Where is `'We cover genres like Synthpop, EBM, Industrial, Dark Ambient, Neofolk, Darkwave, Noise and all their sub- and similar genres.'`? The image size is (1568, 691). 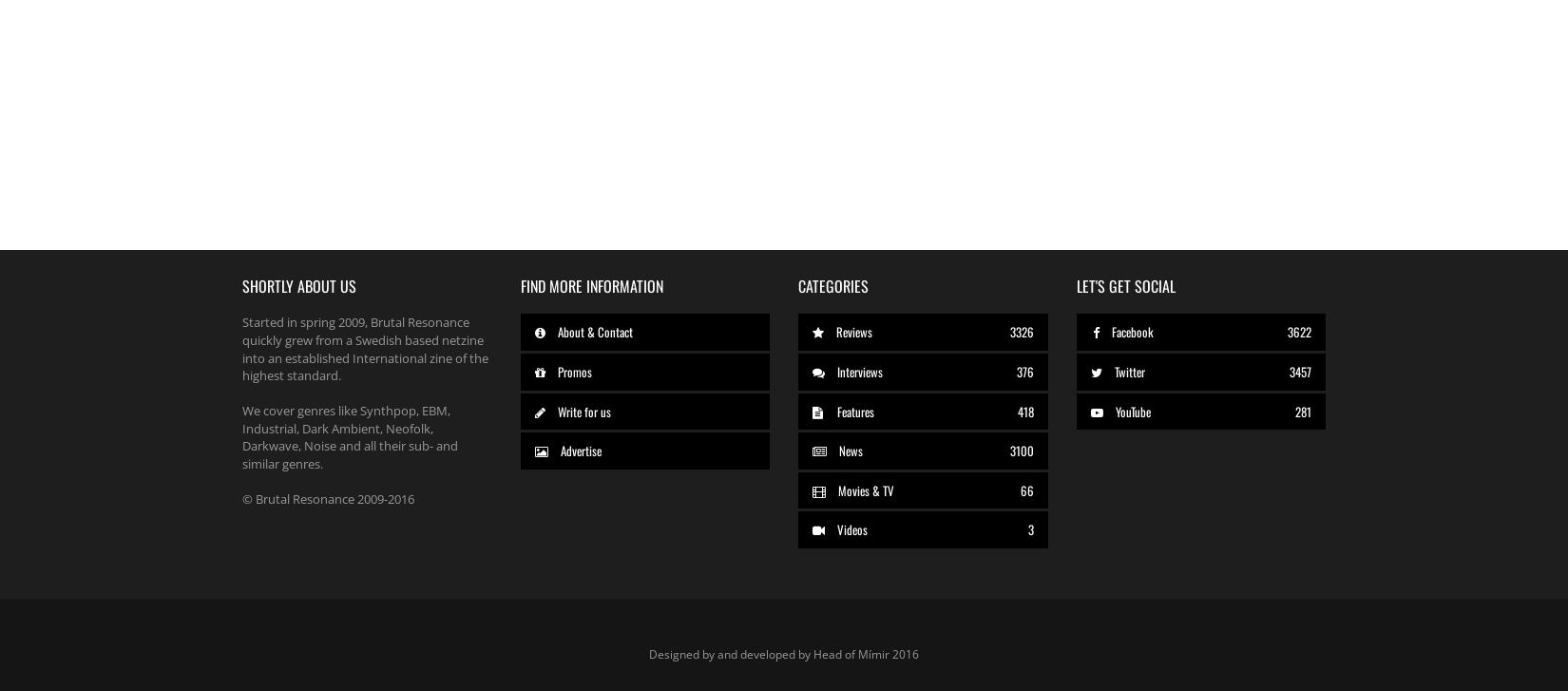 'We cover genres like Synthpop, EBM, Industrial, Dark Ambient, Neofolk, Darkwave, Noise and all their sub- and similar genres.' is located at coordinates (350, 435).